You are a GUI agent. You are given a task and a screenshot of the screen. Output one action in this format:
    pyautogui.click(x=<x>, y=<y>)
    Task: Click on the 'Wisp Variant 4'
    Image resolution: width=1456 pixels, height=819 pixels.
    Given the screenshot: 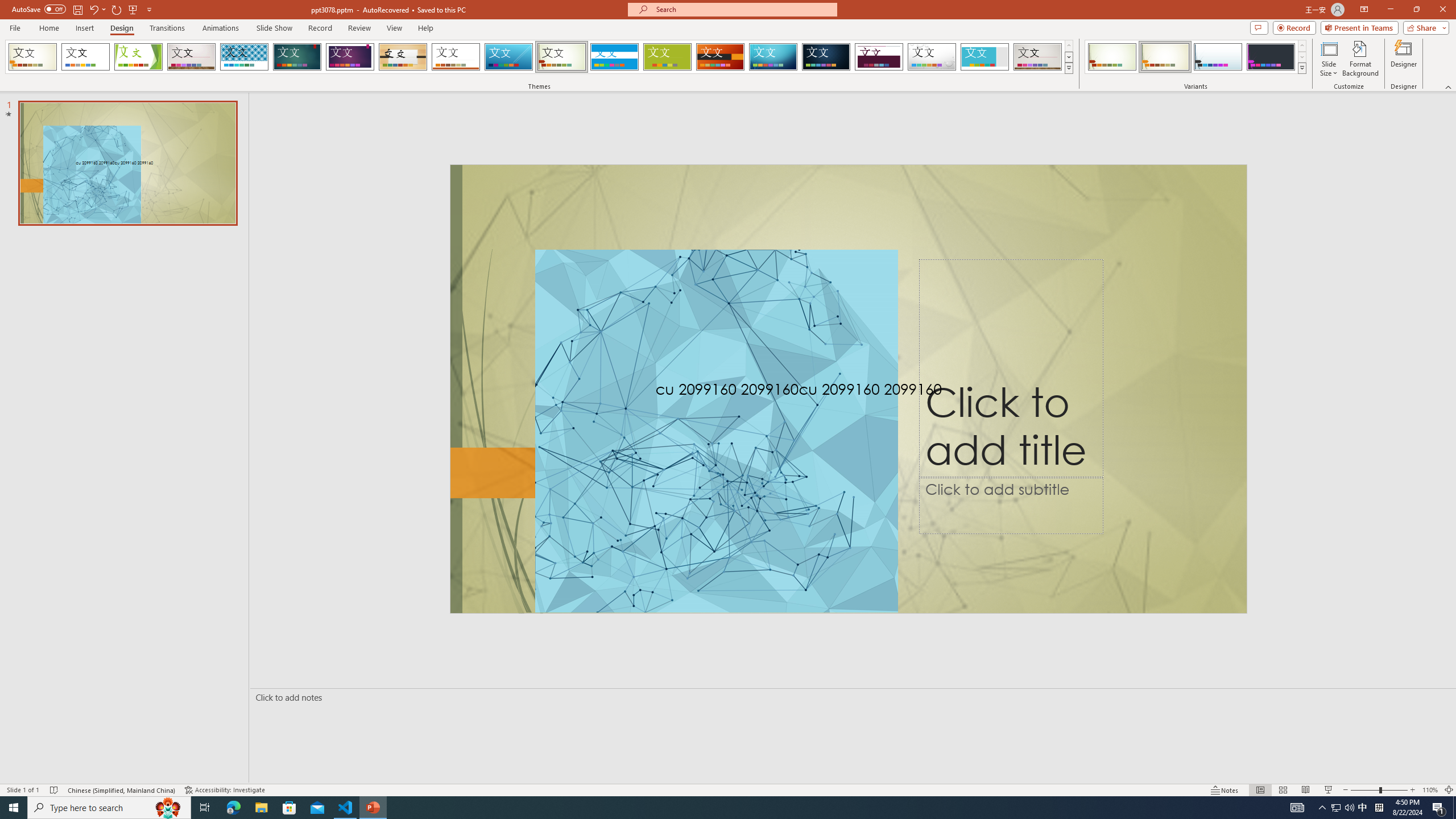 What is the action you would take?
    pyautogui.click(x=1270, y=56)
    